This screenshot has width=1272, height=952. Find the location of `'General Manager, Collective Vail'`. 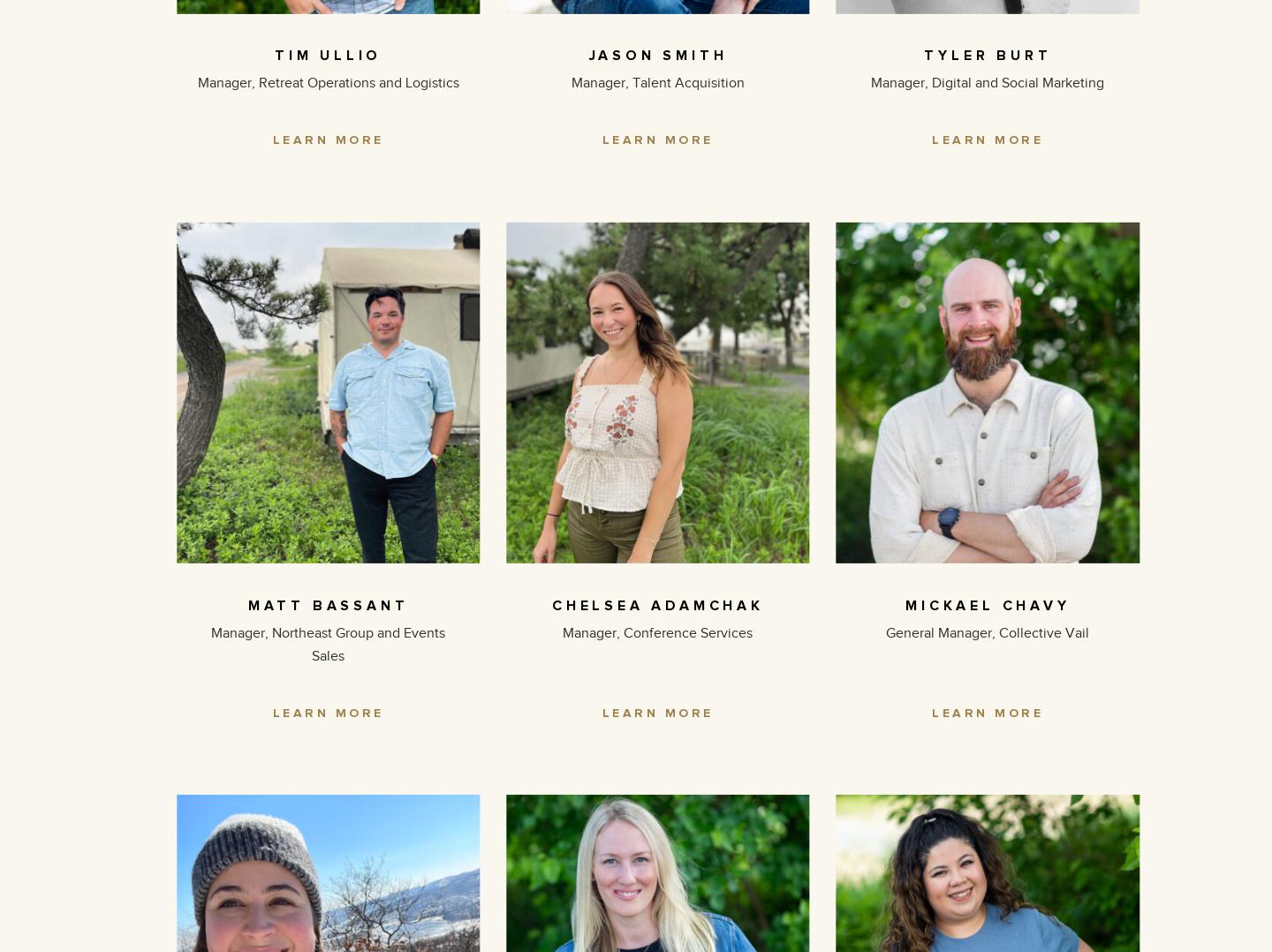

'General Manager, Collective Vail' is located at coordinates (987, 631).